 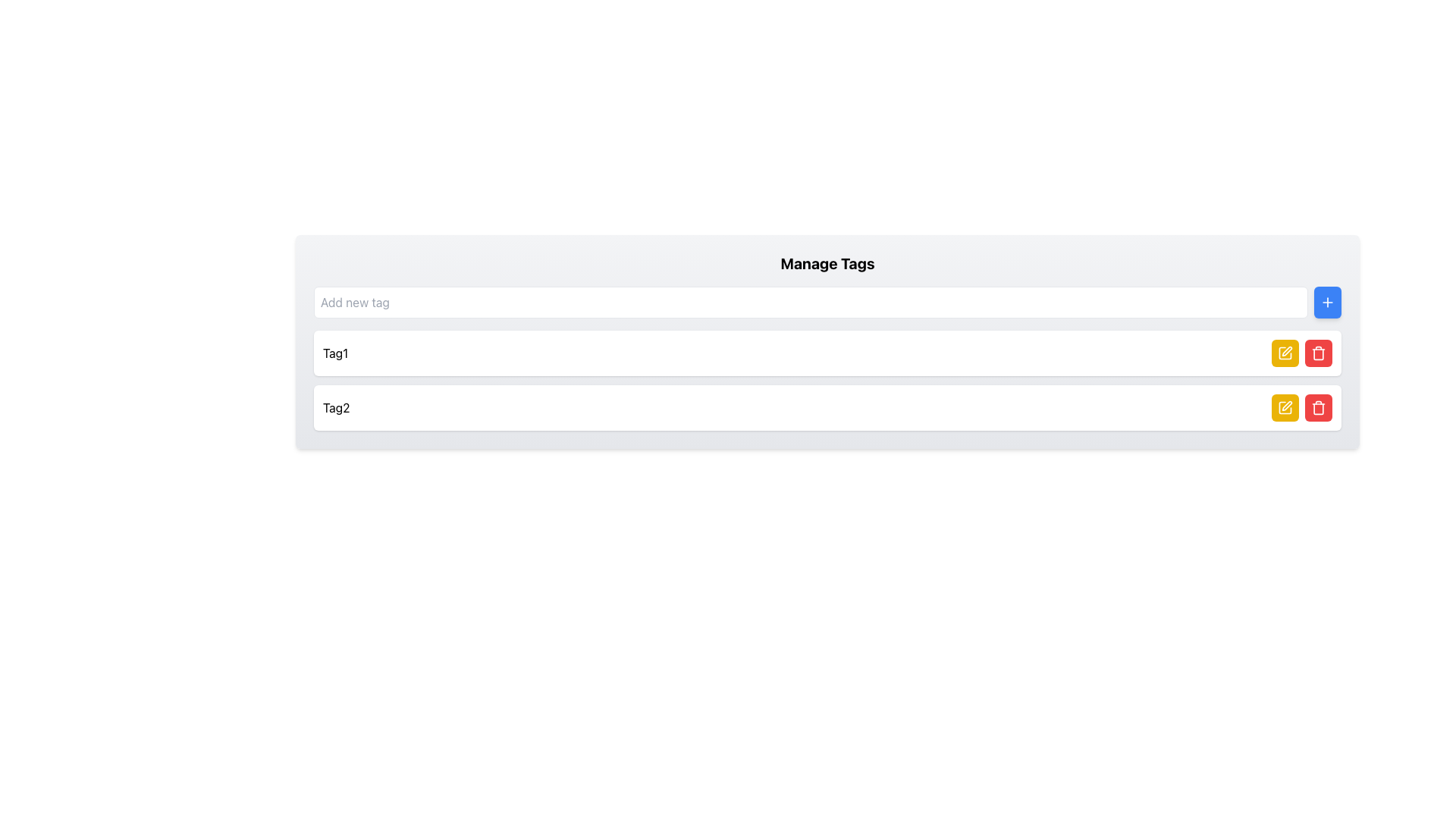 I want to click on the plus icon button, which is a small white icon on a blue circular background, located to the right of the 'Add new tag' text input field, so click(x=1327, y=302).